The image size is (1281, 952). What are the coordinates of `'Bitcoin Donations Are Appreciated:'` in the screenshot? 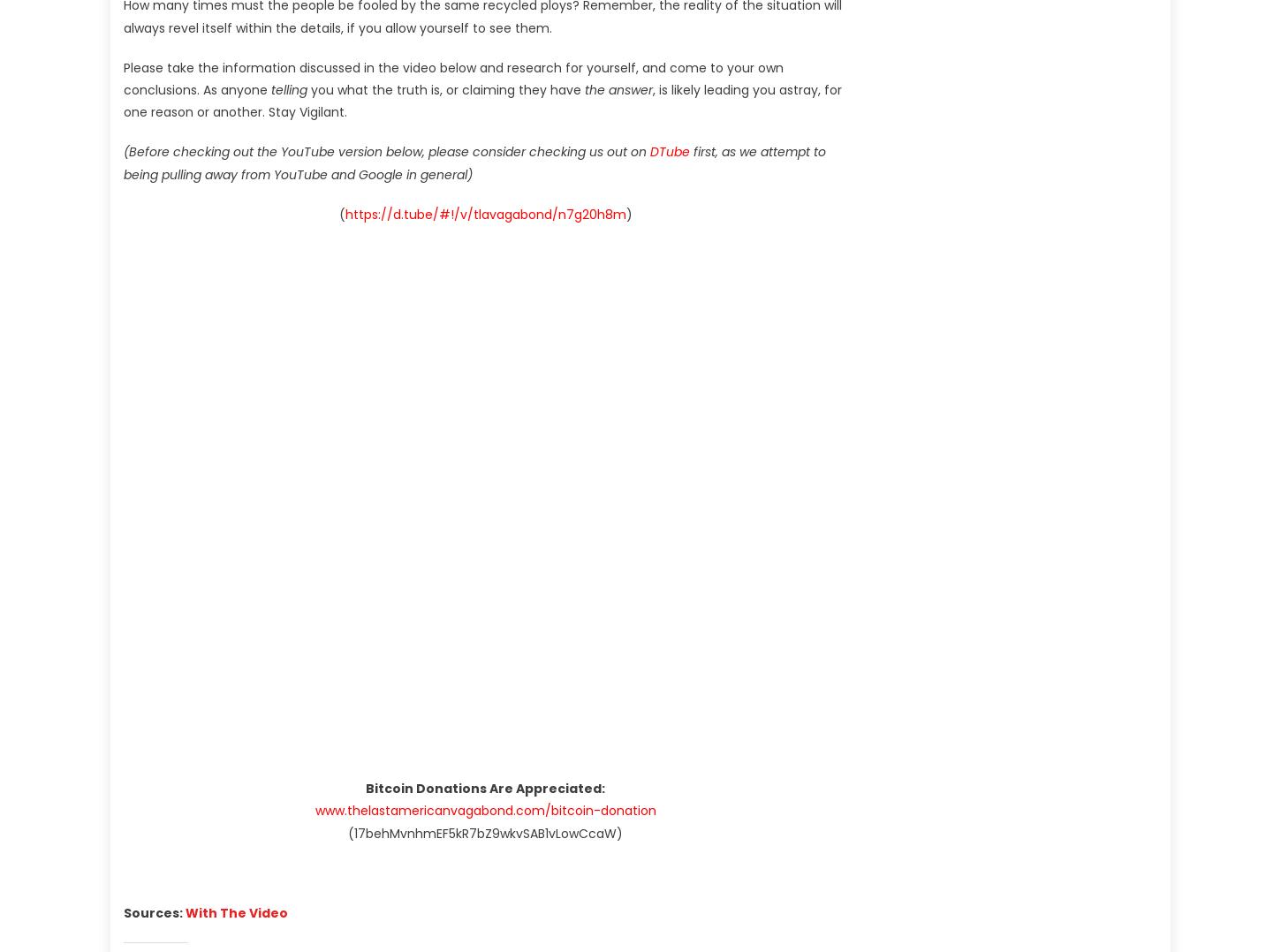 It's located at (485, 789).